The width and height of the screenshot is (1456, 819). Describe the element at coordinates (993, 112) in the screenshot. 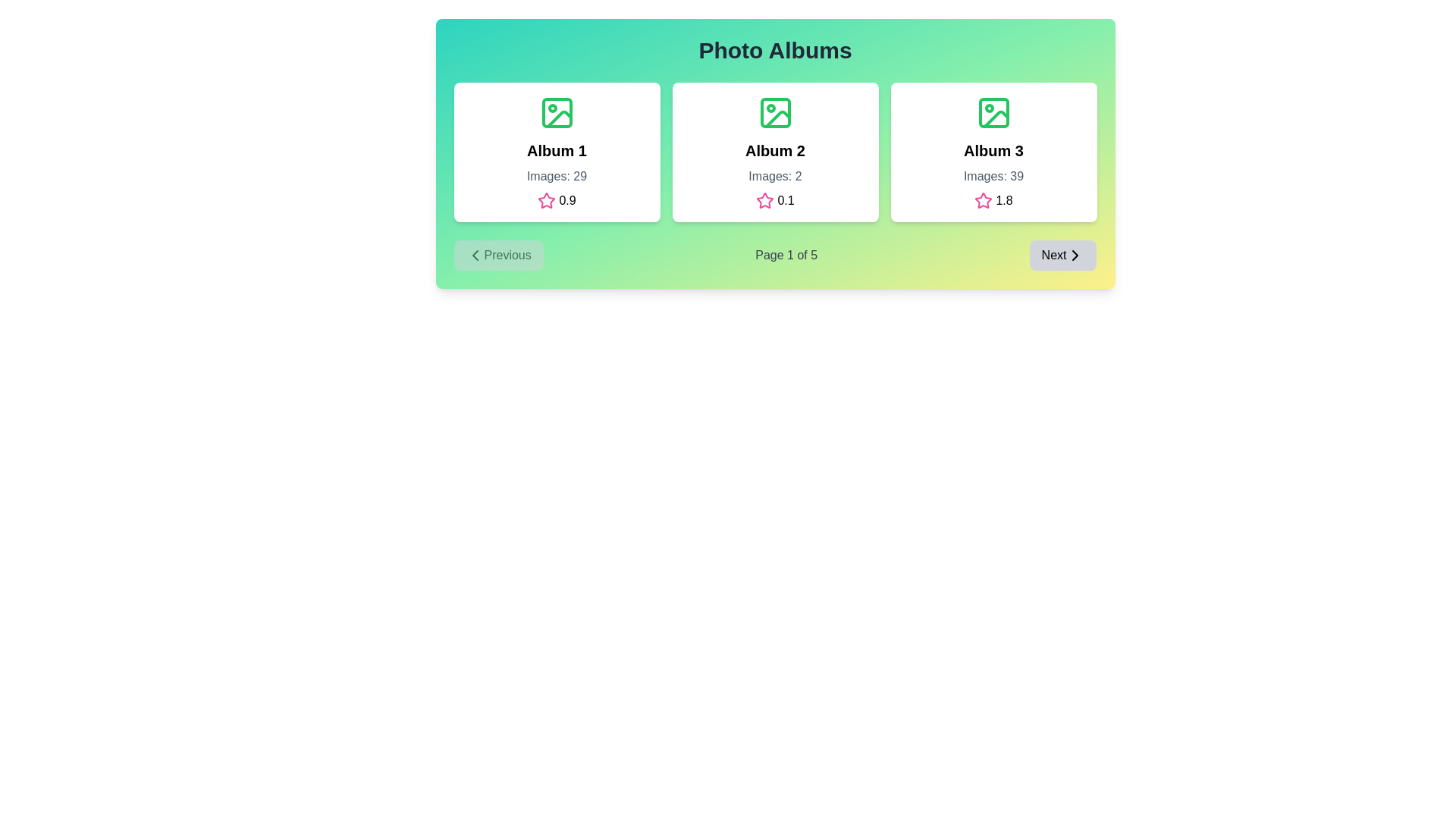

I see `the album icon located at the top center of the 'Album 3' card, which visually represents the photo content` at that location.